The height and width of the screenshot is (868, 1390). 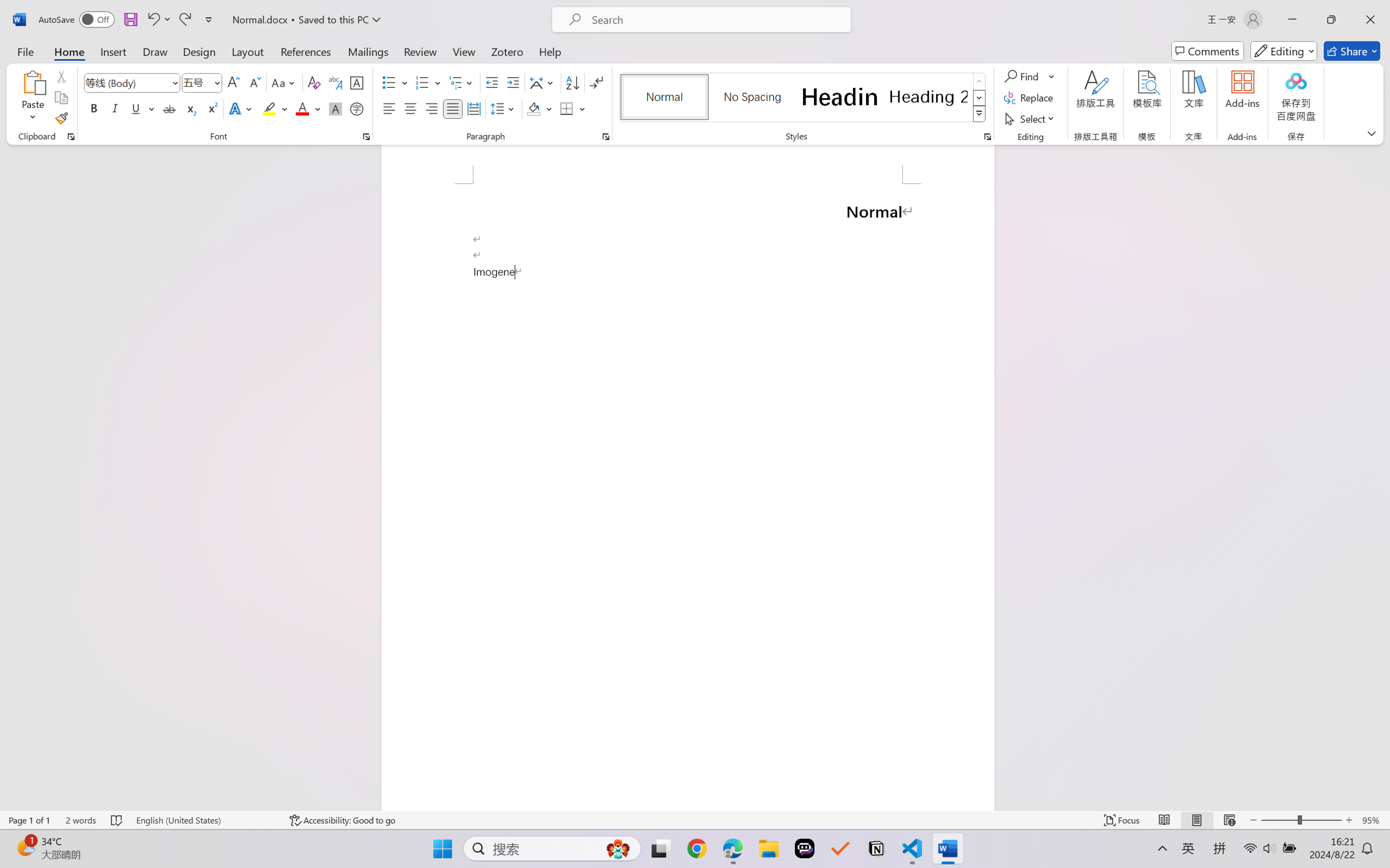 What do you see at coordinates (60, 75) in the screenshot?
I see `'Cut'` at bounding box center [60, 75].